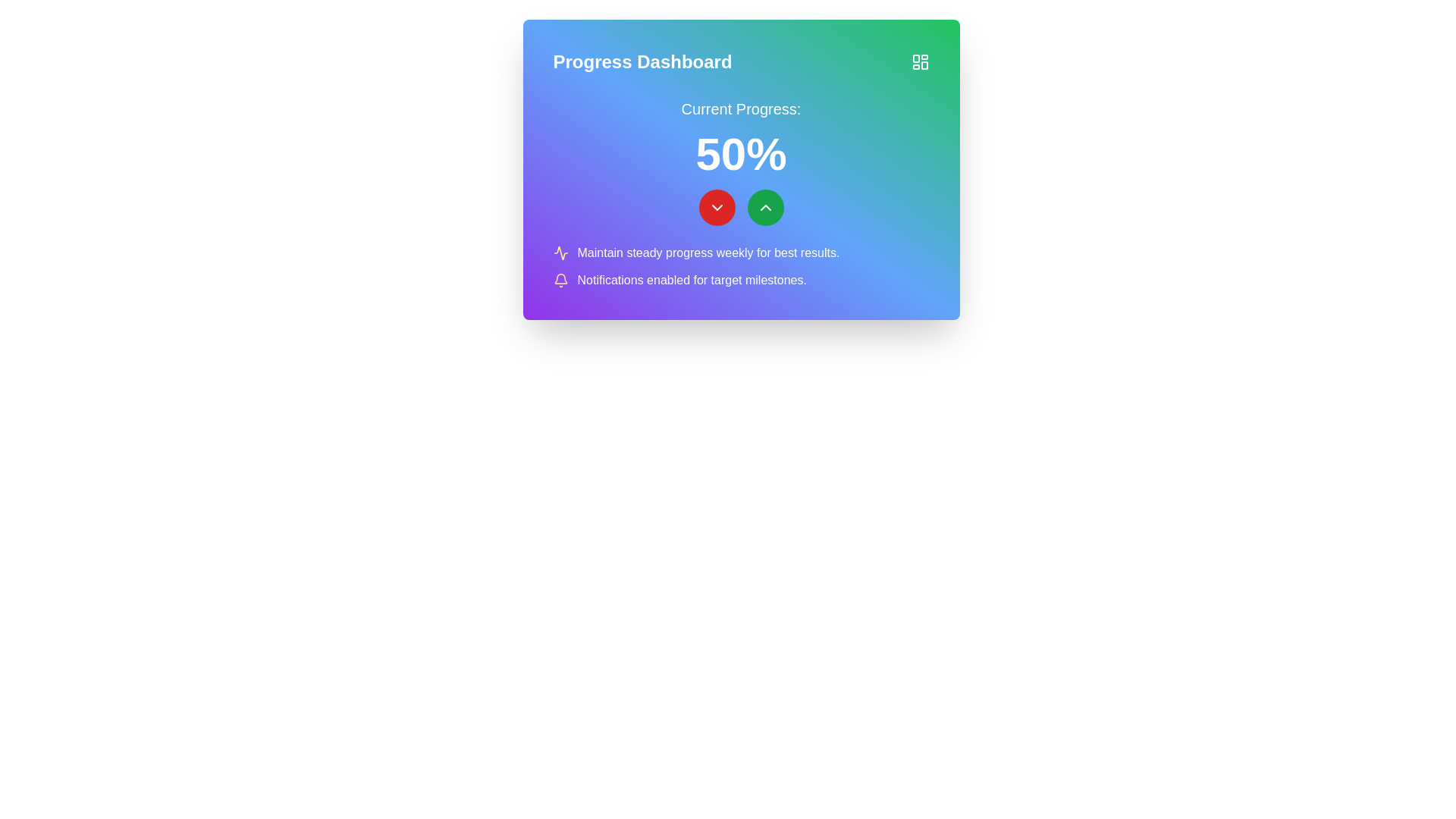 This screenshot has width=1456, height=819. Describe the element at coordinates (919, 61) in the screenshot. I see `the icon button that appears as four squares in a 2x2 grid with a green background located at the top-right corner of the 'Progress Dashboard' section` at that location.